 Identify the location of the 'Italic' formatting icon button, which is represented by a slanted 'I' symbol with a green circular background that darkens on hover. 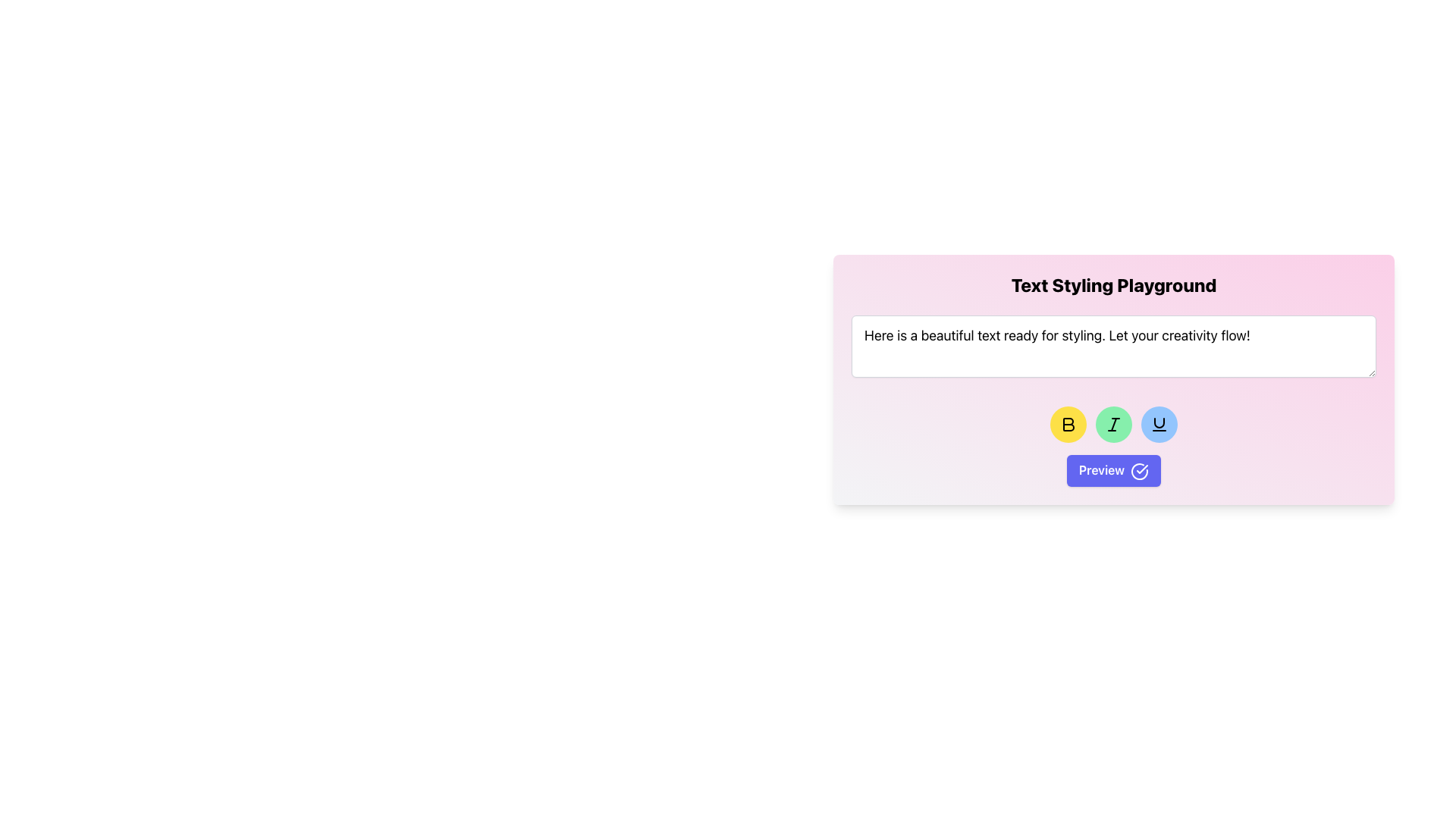
(1113, 424).